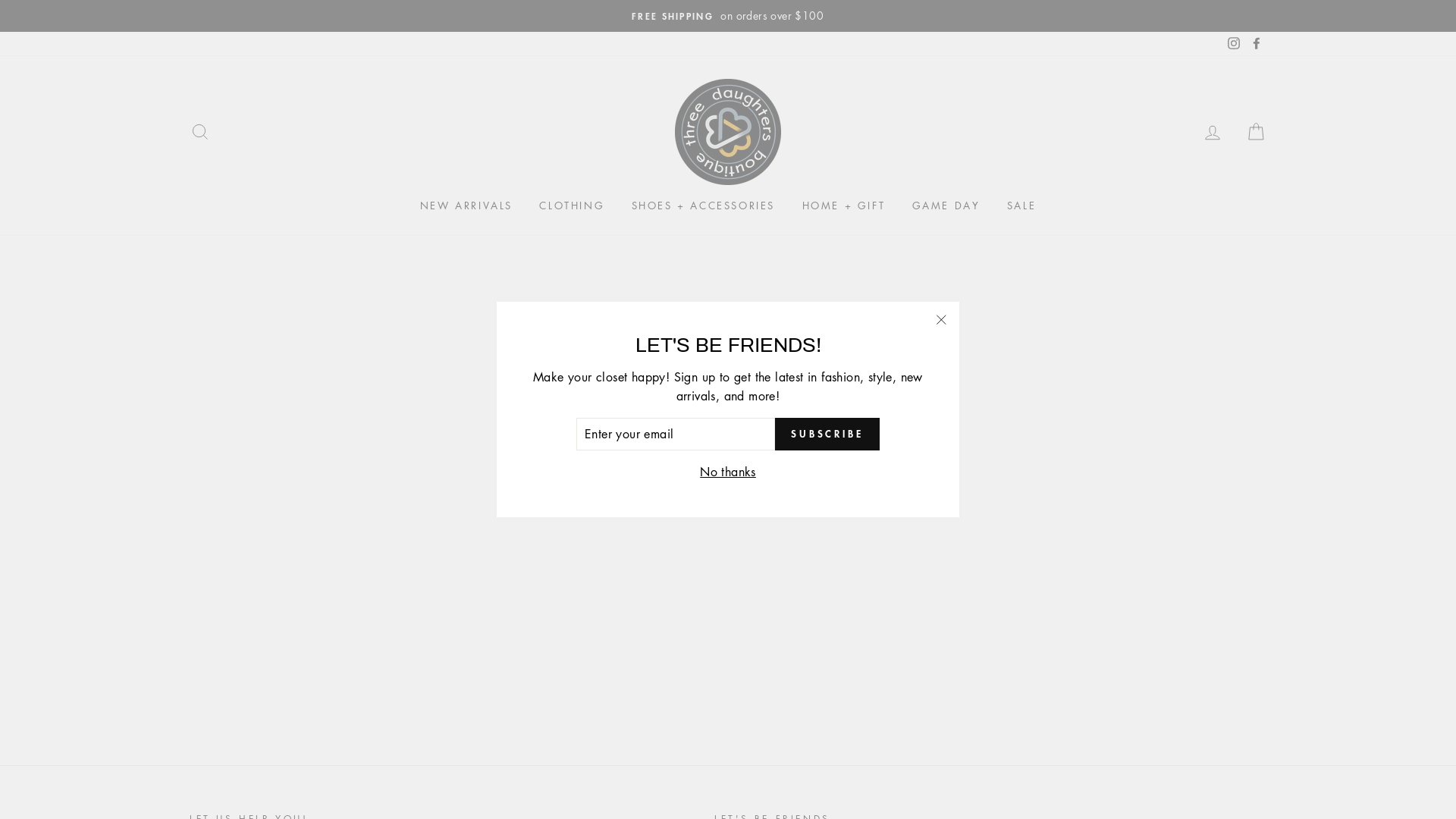 This screenshot has width=1456, height=819. I want to click on 'GAME DAY', so click(946, 206).